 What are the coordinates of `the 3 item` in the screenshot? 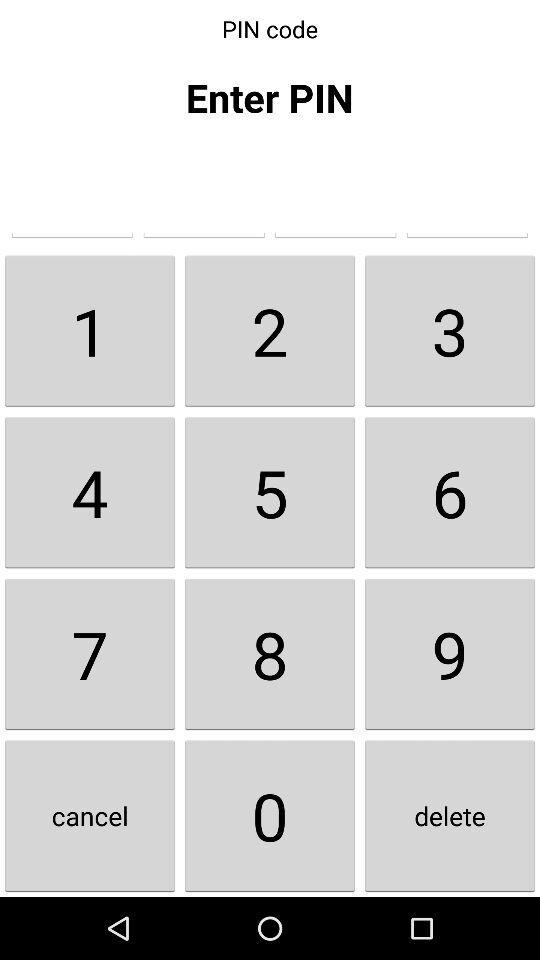 It's located at (449, 330).